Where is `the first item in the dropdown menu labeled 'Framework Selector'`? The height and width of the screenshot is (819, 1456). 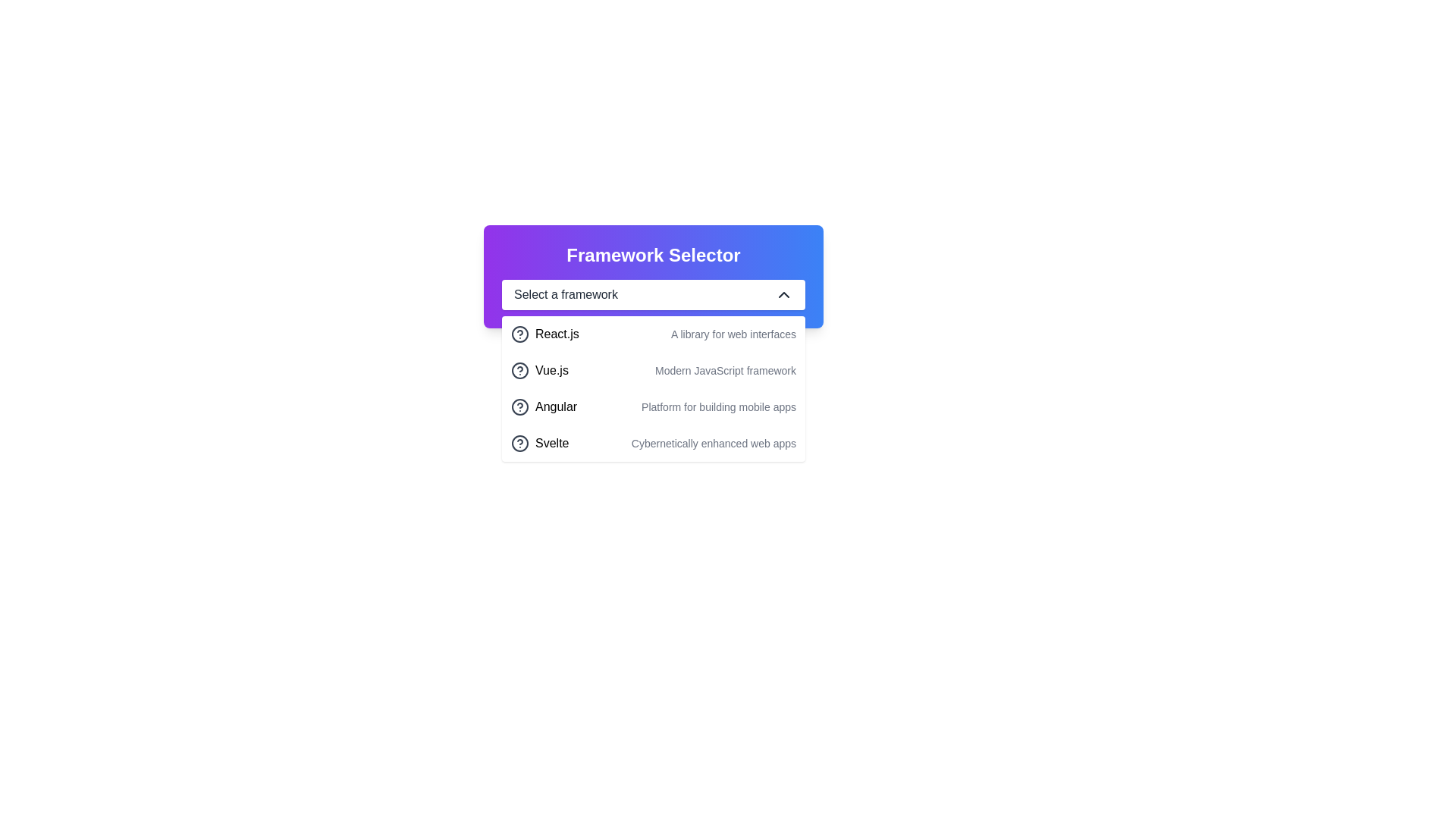 the first item in the dropdown menu labeled 'Framework Selector' is located at coordinates (654, 333).